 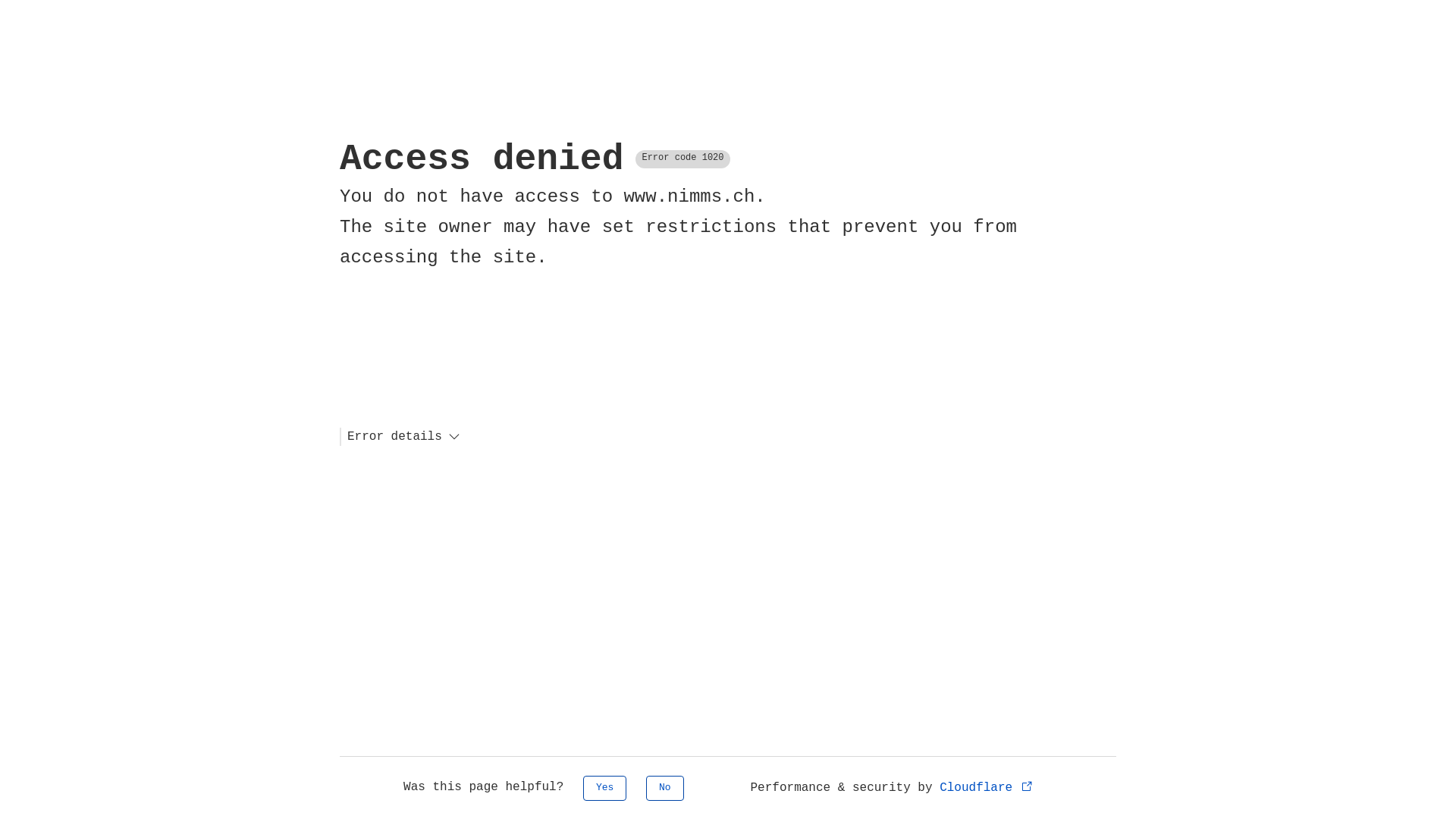 What do you see at coordinates (604, 787) in the screenshot?
I see `'Yes'` at bounding box center [604, 787].